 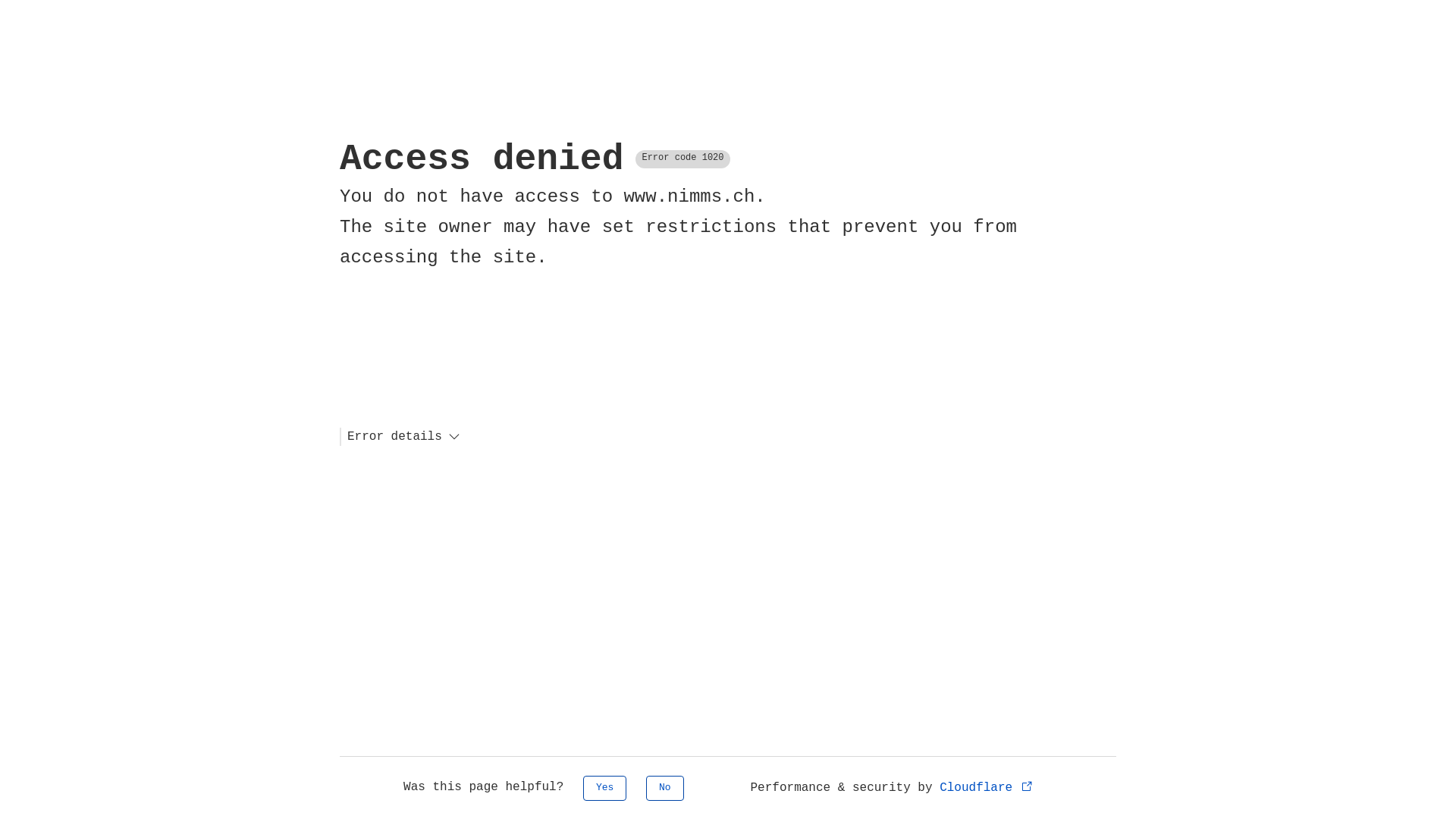 What do you see at coordinates (604, 787) in the screenshot?
I see `'Yes'` at bounding box center [604, 787].